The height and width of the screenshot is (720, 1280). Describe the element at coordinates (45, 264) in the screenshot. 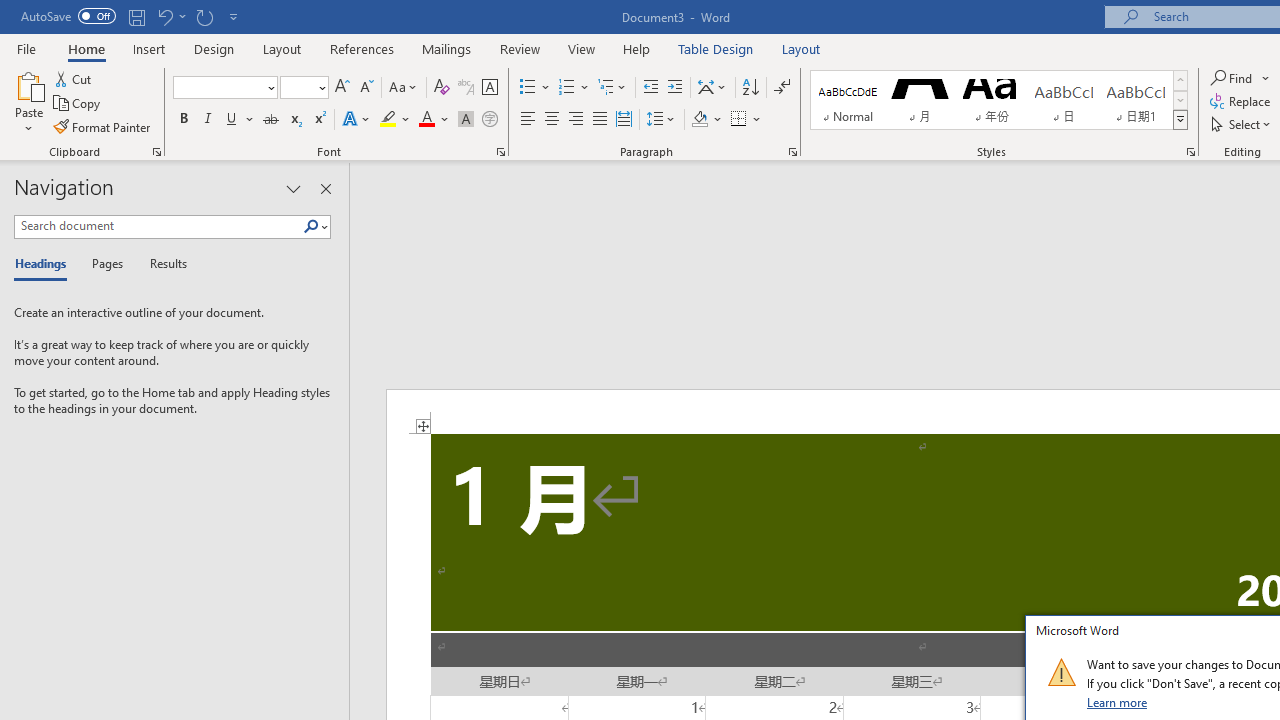

I see `'Headings'` at that location.